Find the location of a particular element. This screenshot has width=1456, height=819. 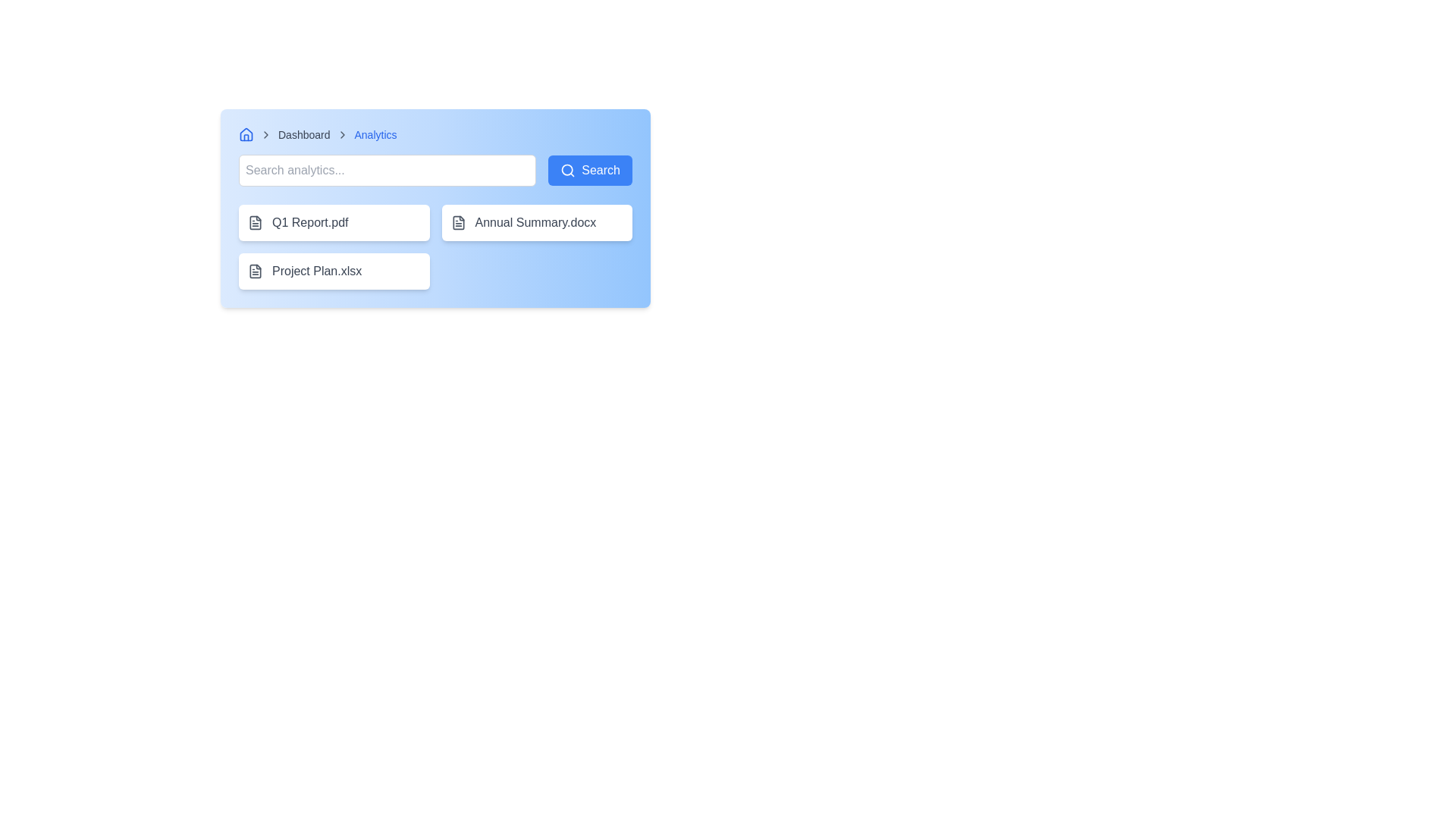

the chevron icon that acts as a separator between the home icon and the 'Dashboard' text in the breadcrumb navigation bar is located at coordinates (265, 133).